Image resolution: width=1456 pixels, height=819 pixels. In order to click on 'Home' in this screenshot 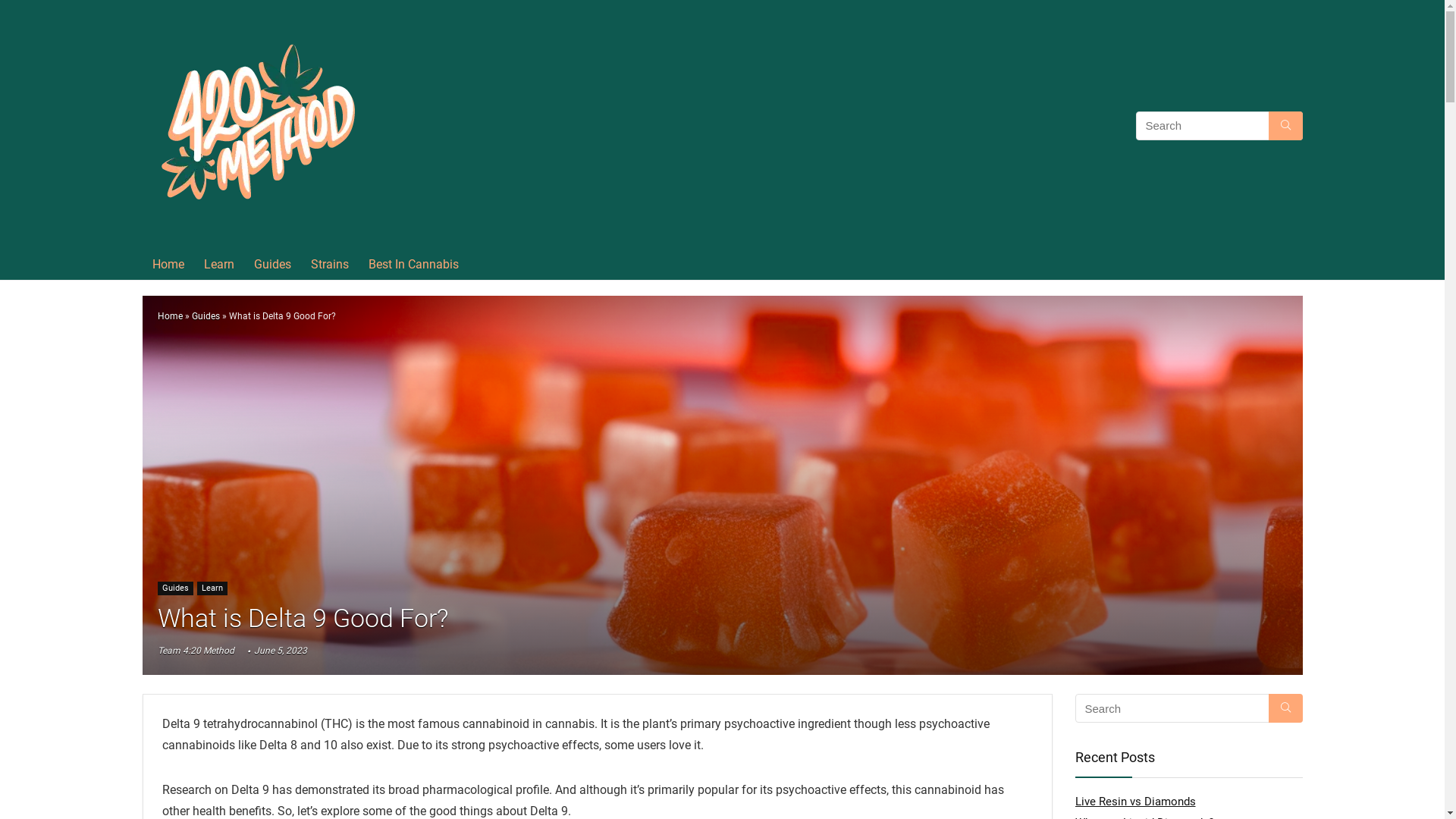, I will do `click(170, 315)`.